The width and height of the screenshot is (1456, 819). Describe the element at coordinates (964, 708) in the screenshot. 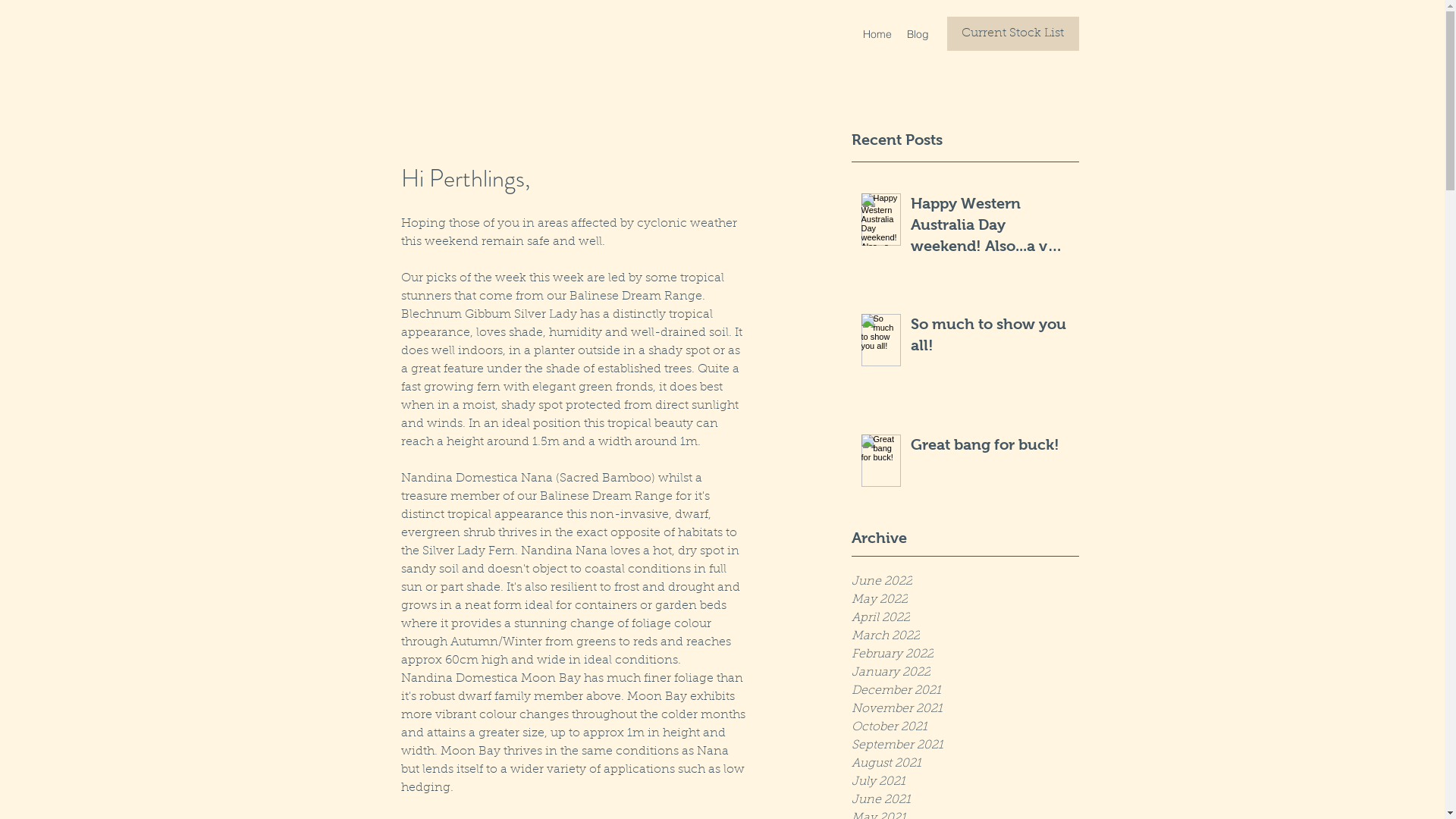

I see `'November 2021'` at that location.